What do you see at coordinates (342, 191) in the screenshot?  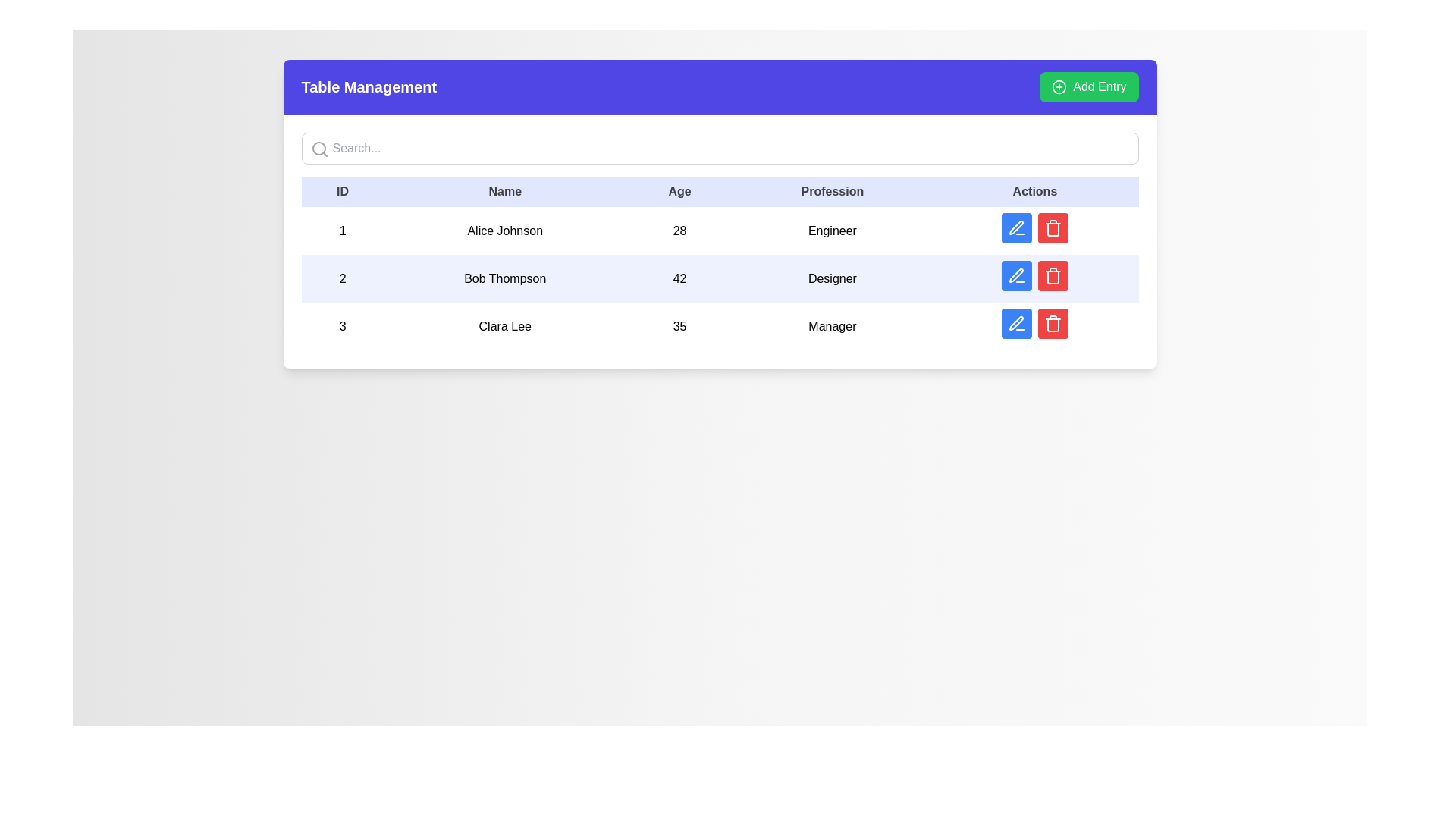 I see `the first table header cell that indicates the ID values for the table entries` at bounding box center [342, 191].